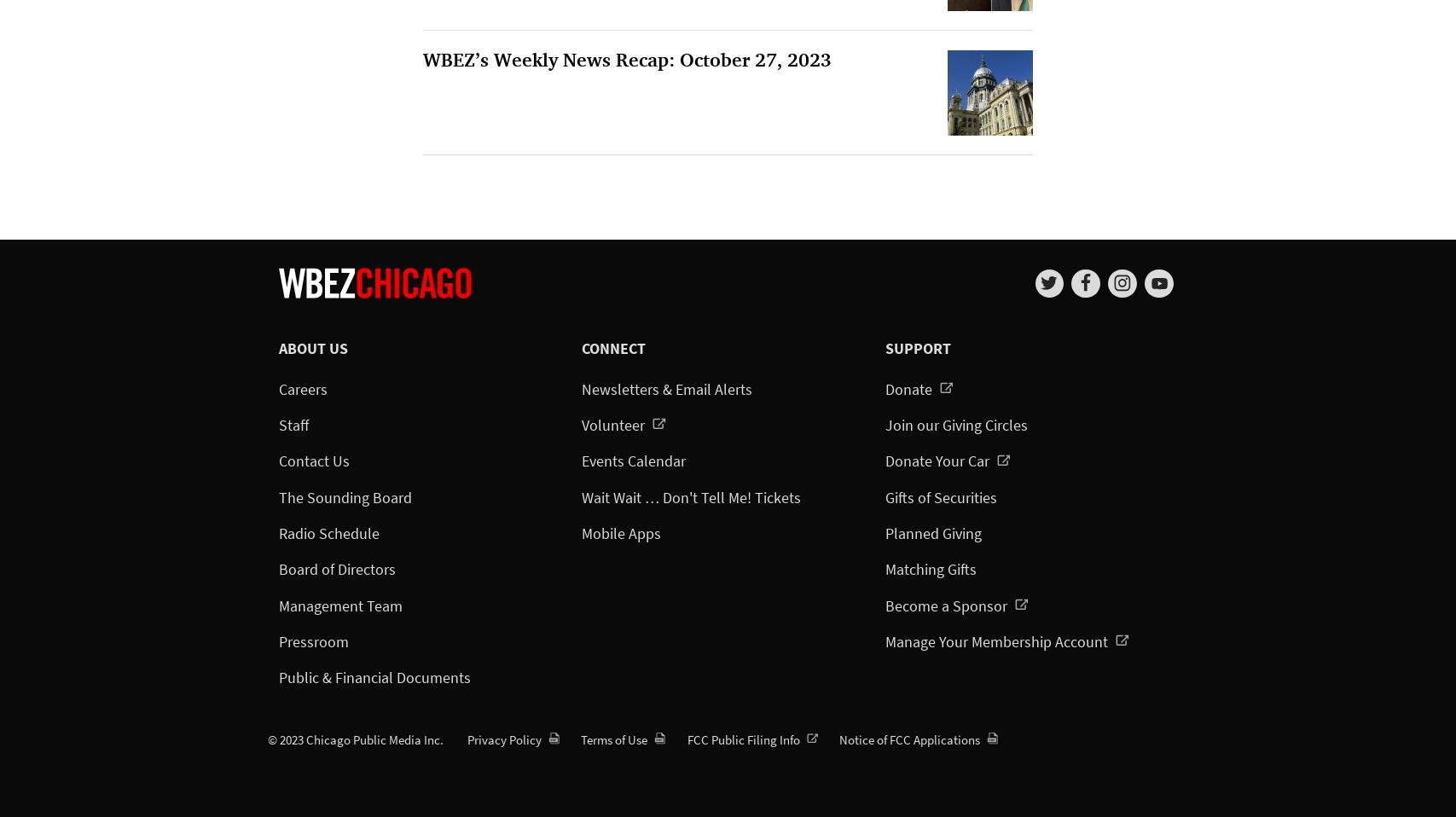 This screenshot has width=1456, height=817. Describe the element at coordinates (743, 738) in the screenshot. I see `'FCC Public Filing Info'` at that location.